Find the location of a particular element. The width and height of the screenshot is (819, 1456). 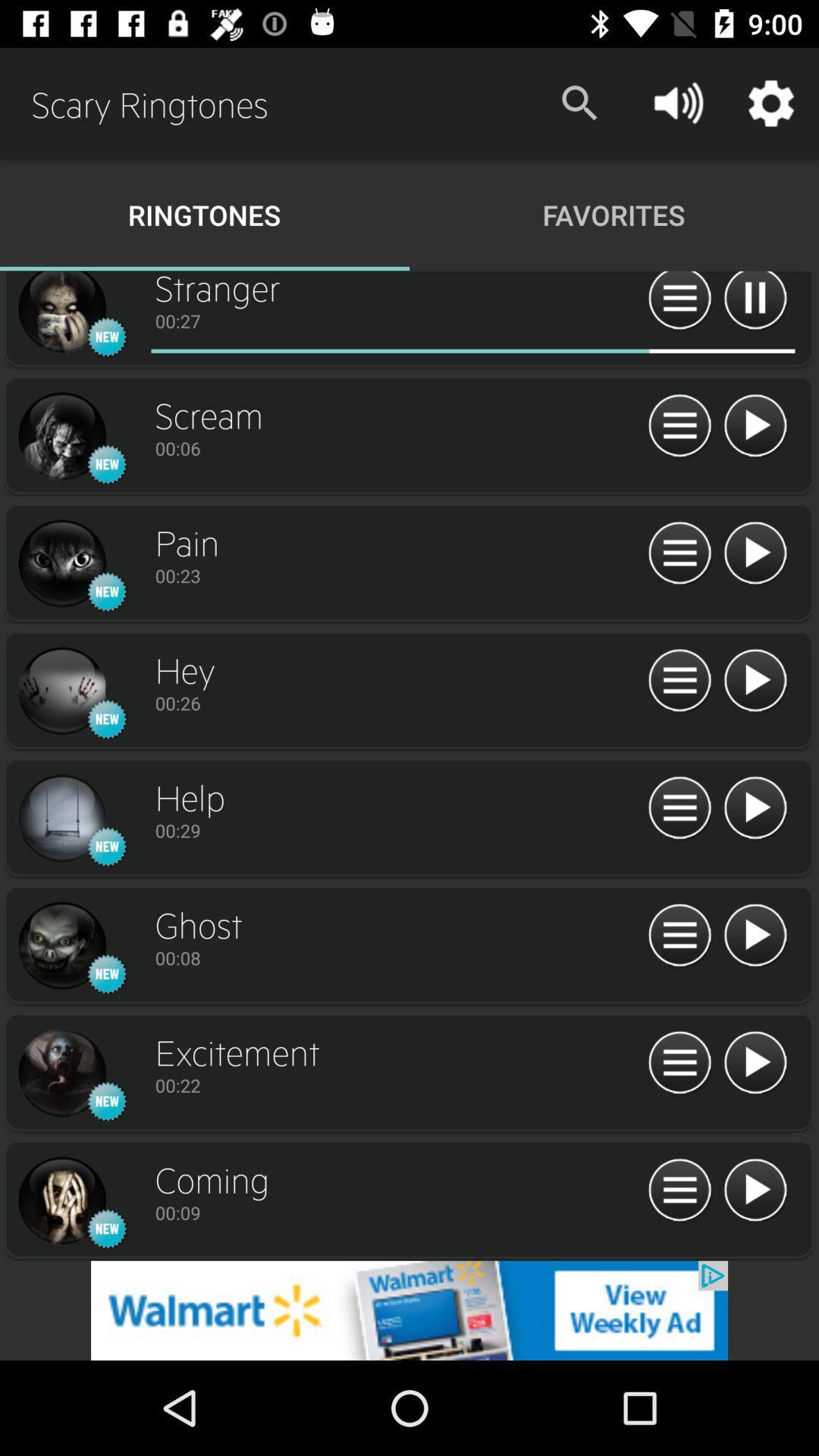

more options is located at coordinates (679, 303).